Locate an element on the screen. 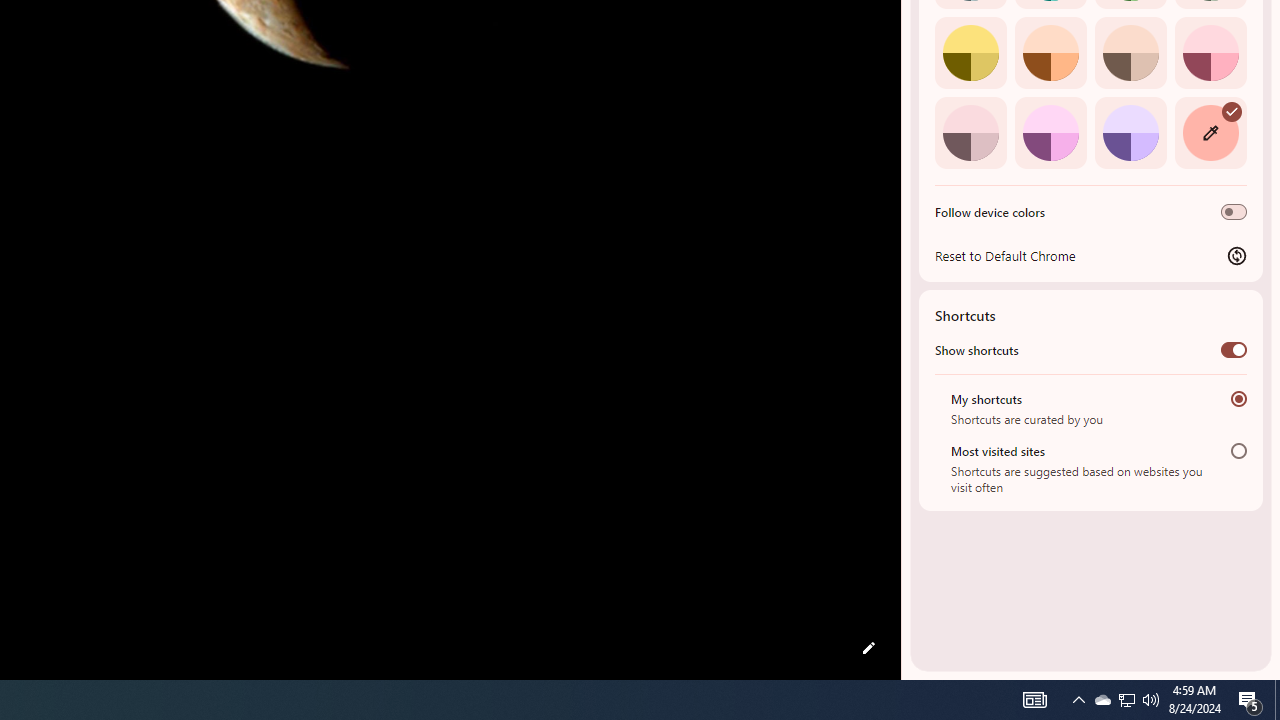 This screenshot has width=1280, height=720. 'Violet' is located at coordinates (1130, 132).